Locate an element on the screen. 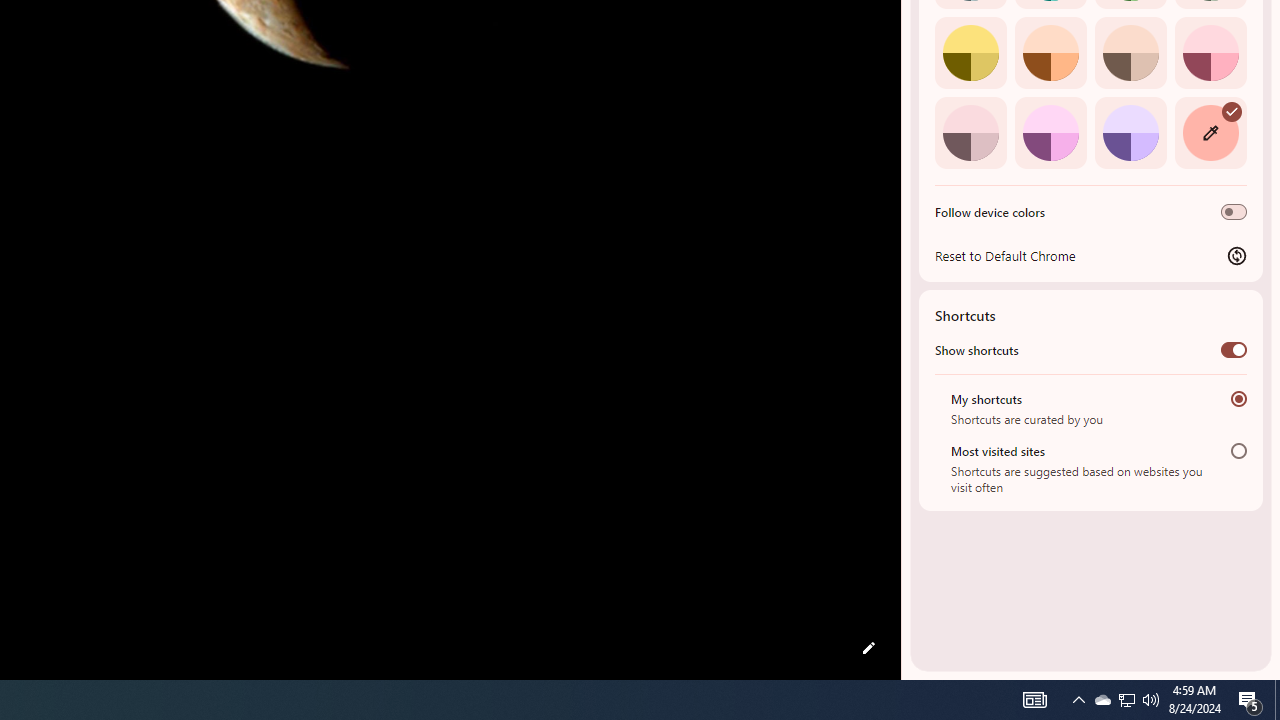 This screenshot has width=1280, height=720. 'Violet' is located at coordinates (1130, 132).